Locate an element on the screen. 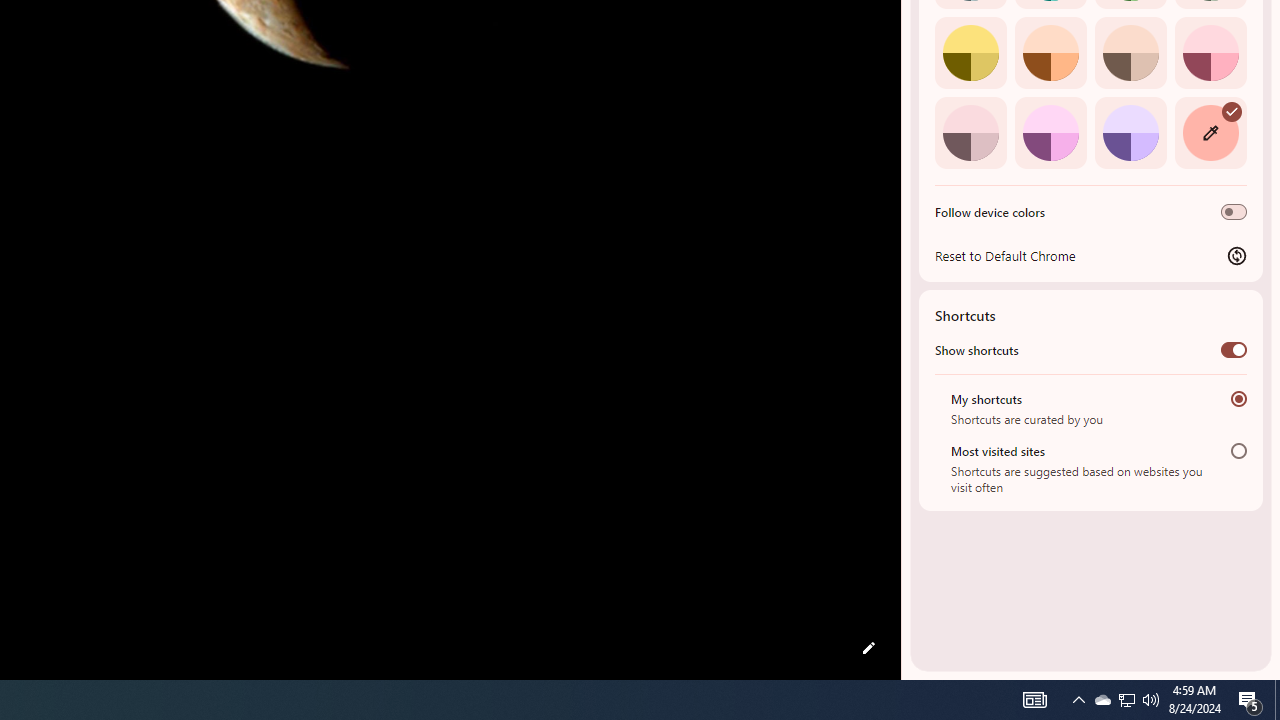 This screenshot has width=1280, height=720. 'Violet' is located at coordinates (1130, 132).